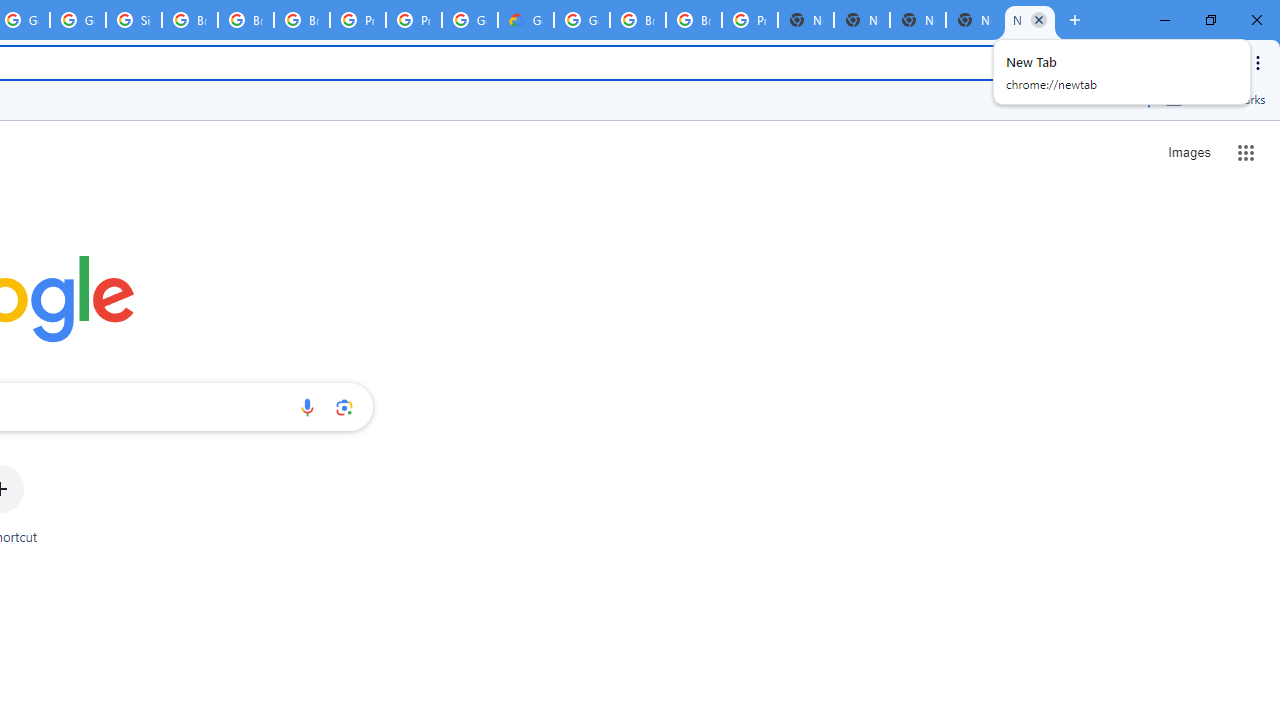  I want to click on 'Sign in - Google Accounts', so click(133, 20).